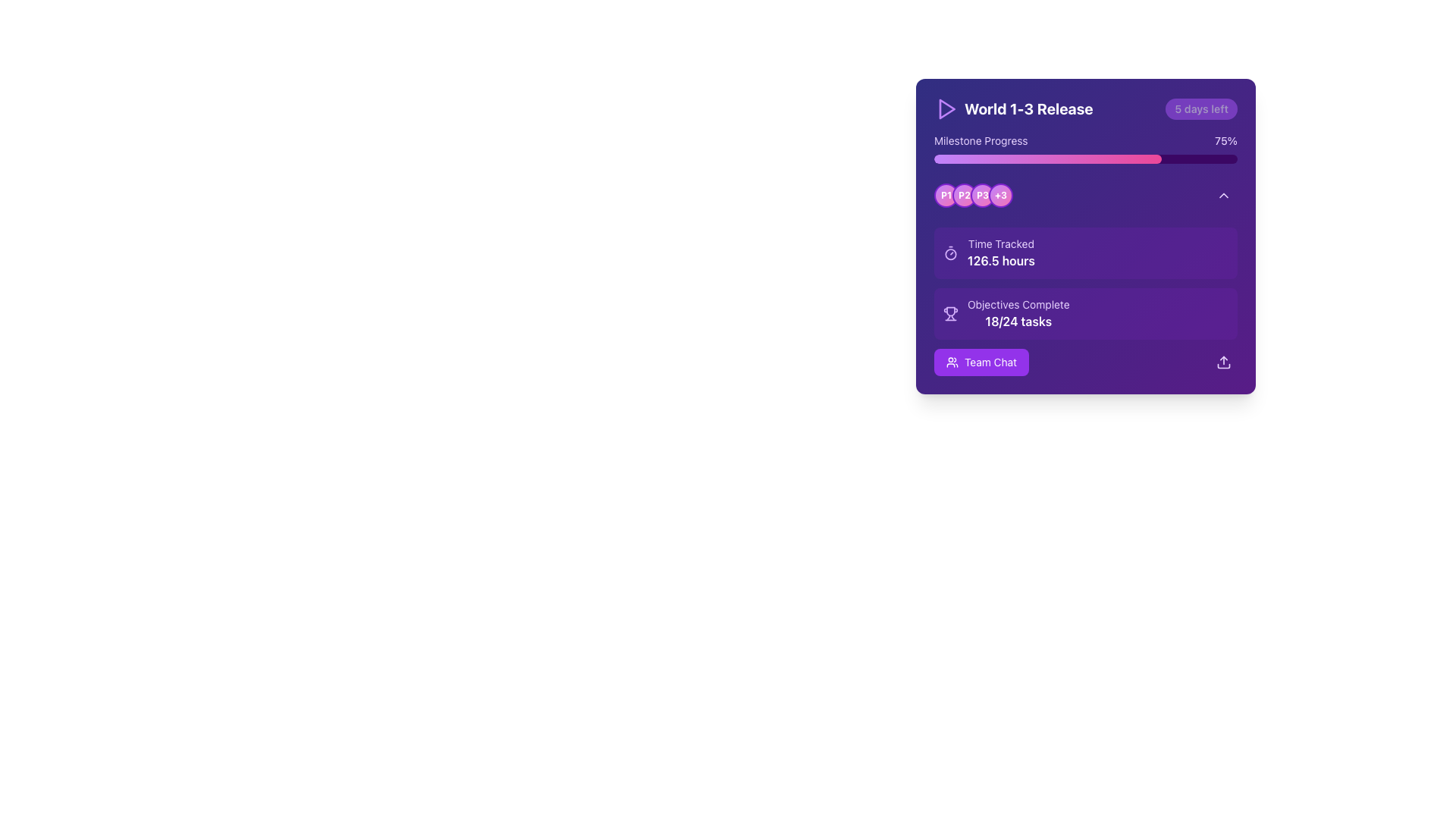 This screenshot has height=819, width=1456. What do you see at coordinates (973, 195) in the screenshot?
I see `the visual indicator representing a group of users, which is located in the top center of the purple panel` at bounding box center [973, 195].